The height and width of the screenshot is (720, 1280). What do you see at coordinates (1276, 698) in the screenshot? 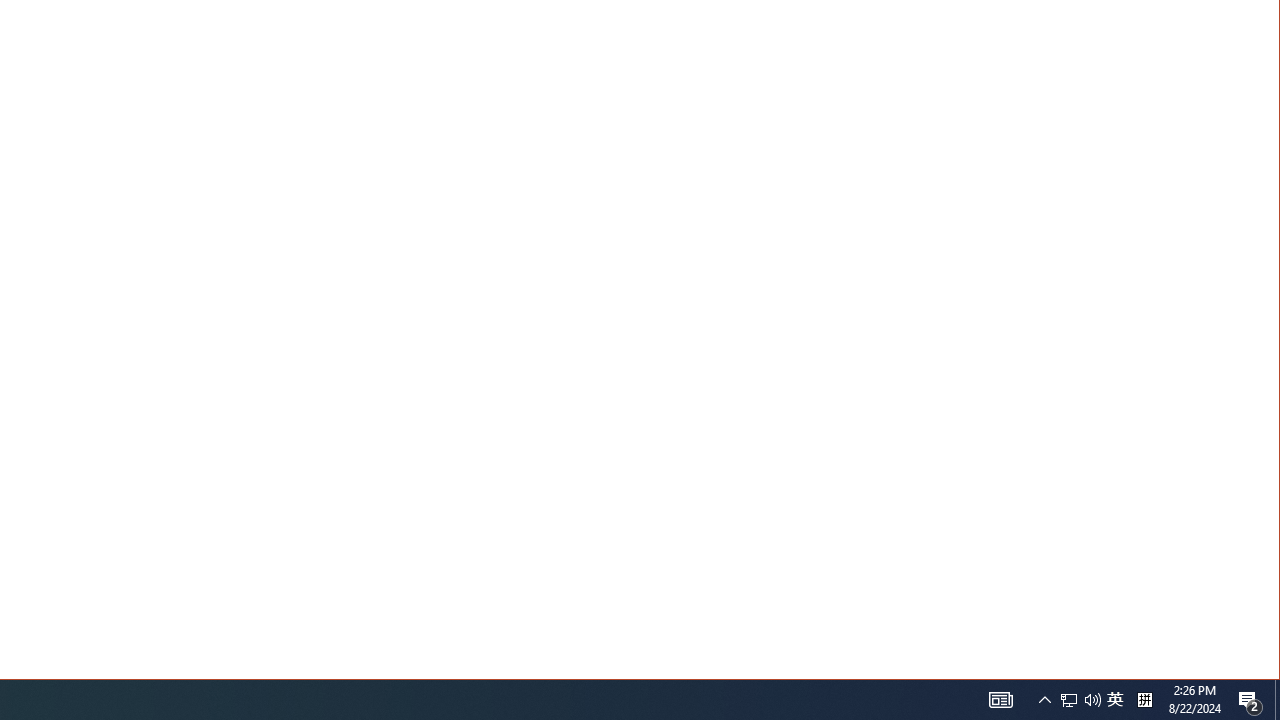
I see `'Show desktop'` at bounding box center [1276, 698].